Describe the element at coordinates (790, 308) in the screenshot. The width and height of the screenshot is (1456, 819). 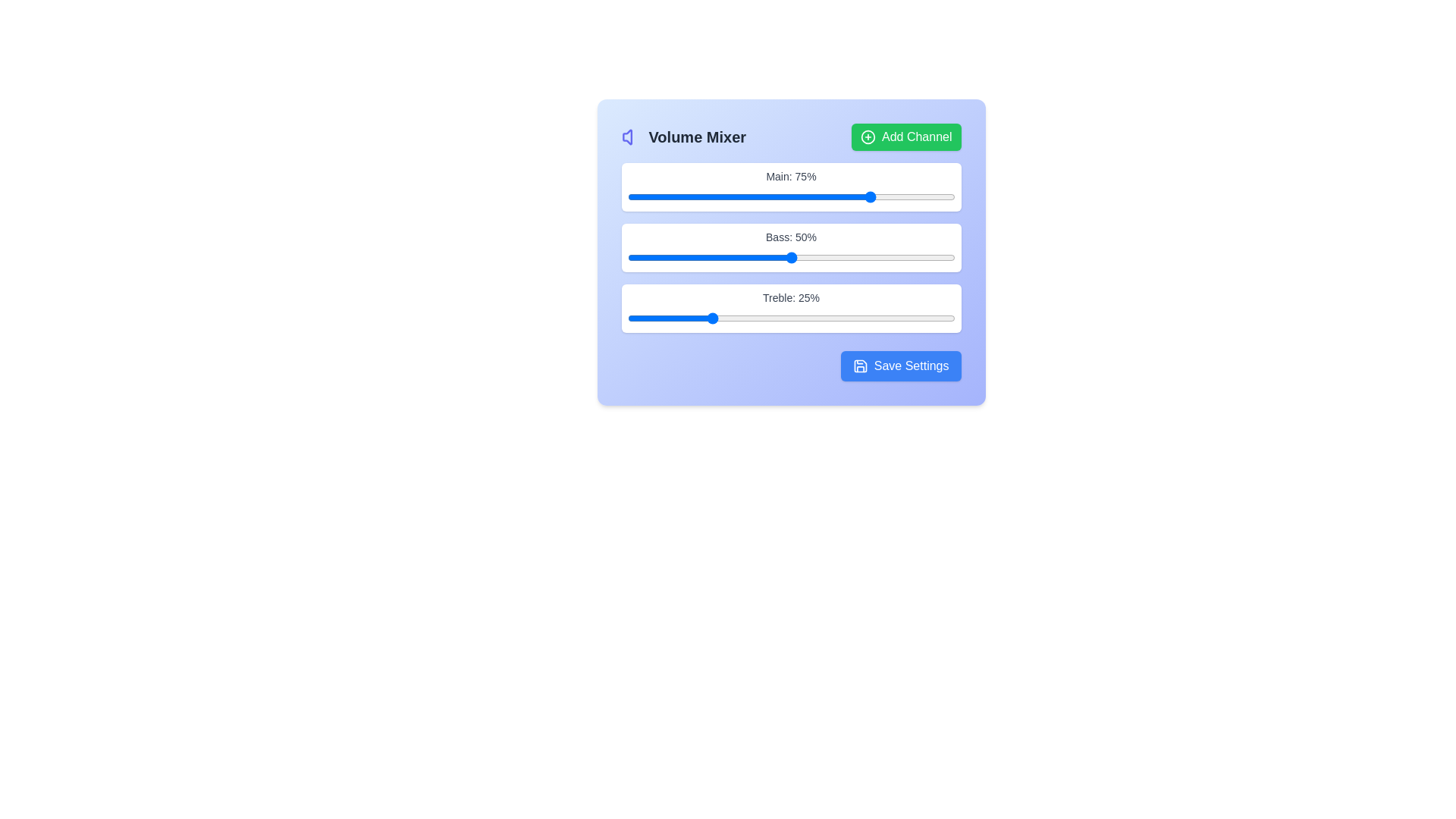
I see `the range slider labeled 'Treble: 25%'` at that location.